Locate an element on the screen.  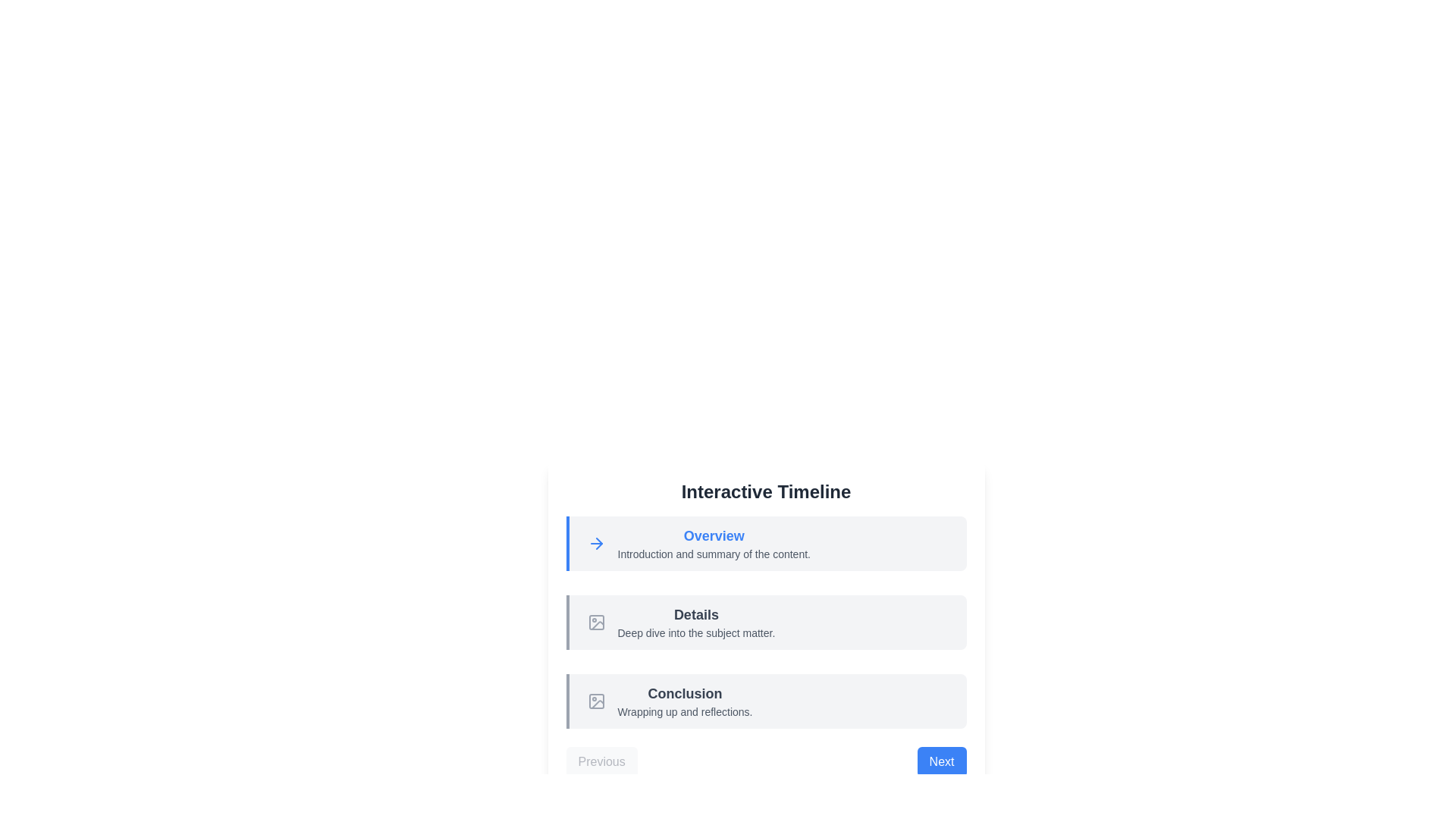
the Previous button to navigate the timeline is located at coordinates (600, 762).